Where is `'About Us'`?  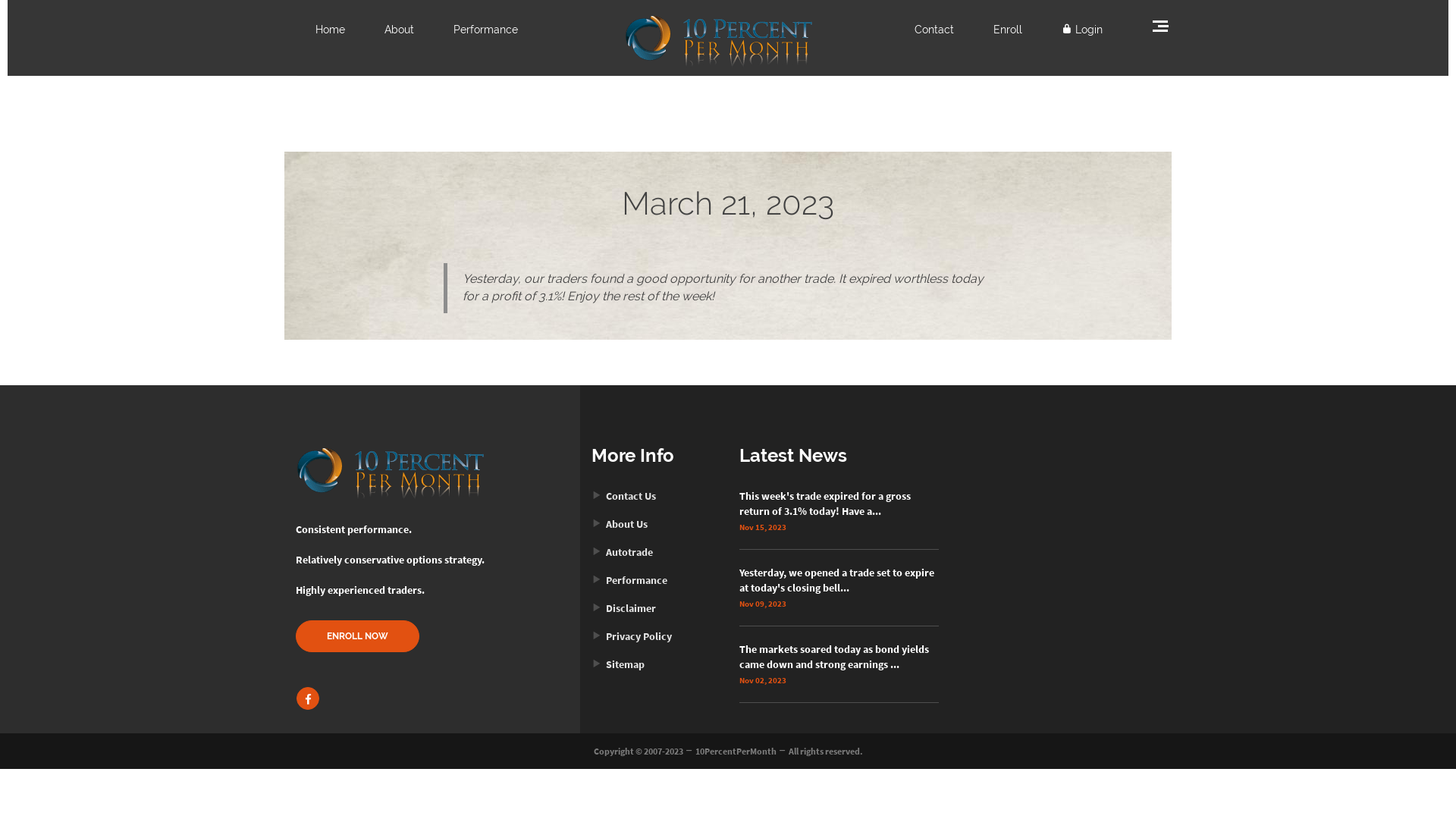 'About Us' is located at coordinates (619, 522).